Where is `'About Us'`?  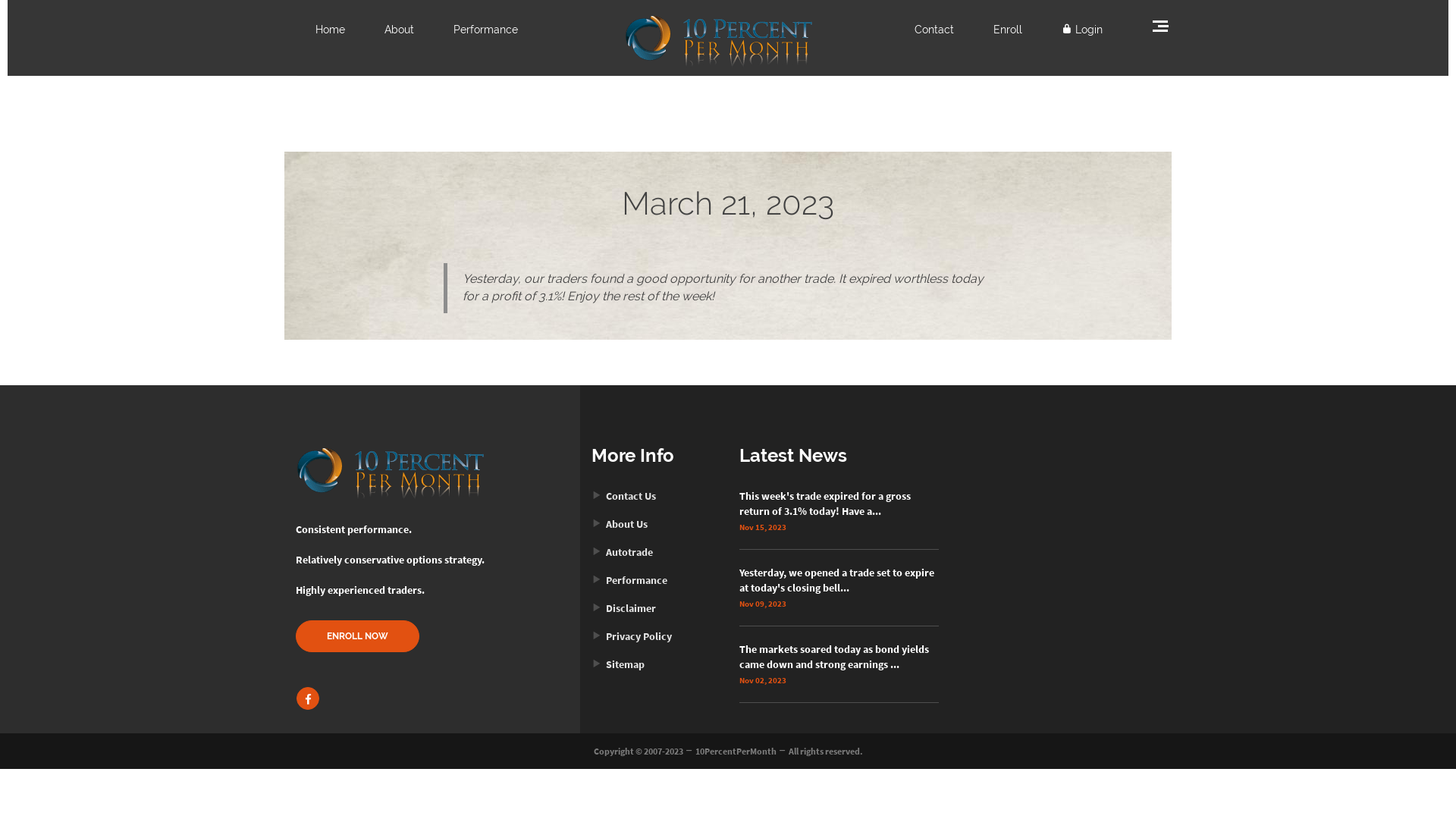 'About Us' is located at coordinates (619, 522).